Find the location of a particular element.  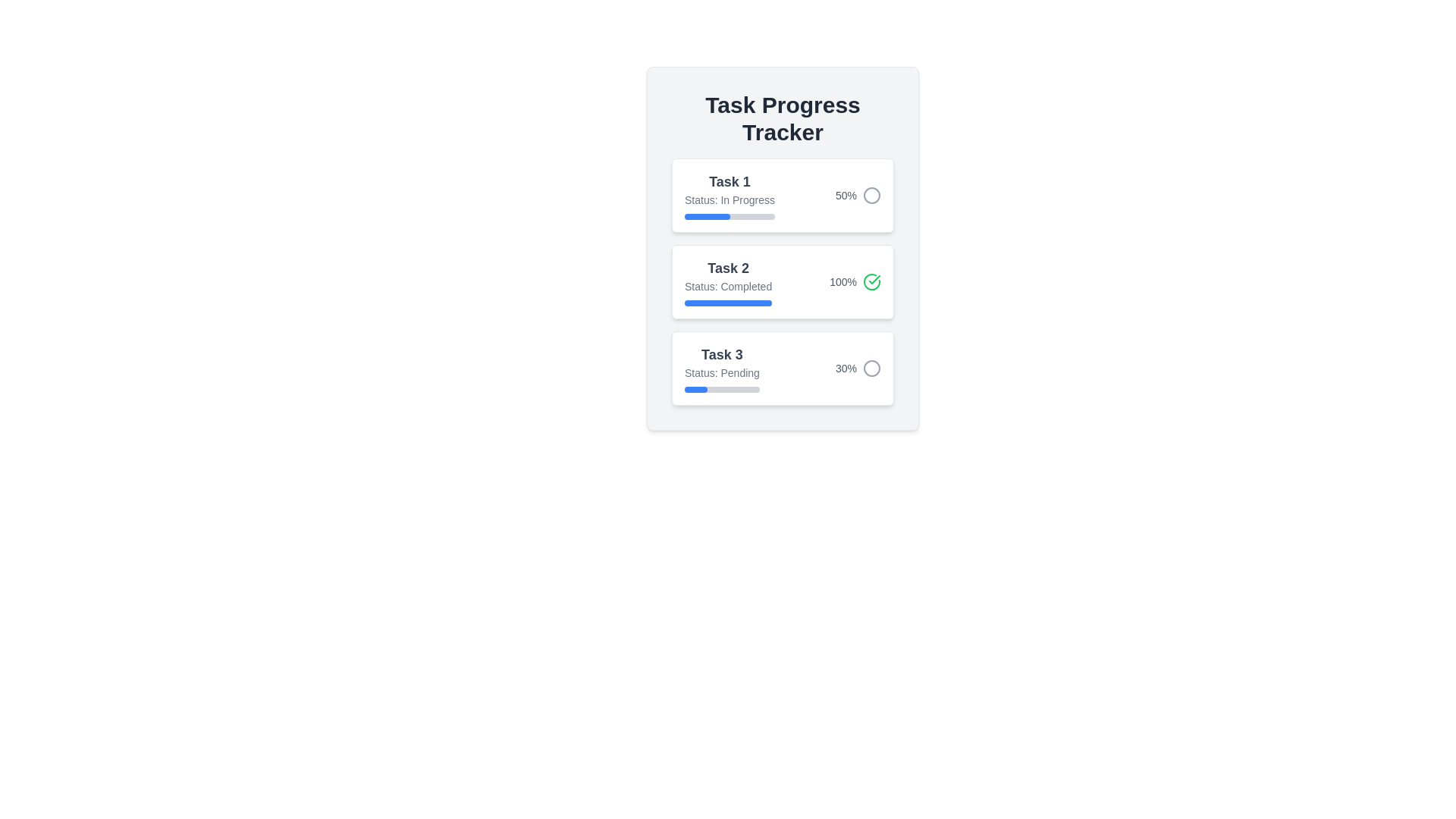

the progress status icon for 'Task 1', which is located in the top-right corner of the row and adjacent to the '50%' completion percentage is located at coordinates (872, 195).